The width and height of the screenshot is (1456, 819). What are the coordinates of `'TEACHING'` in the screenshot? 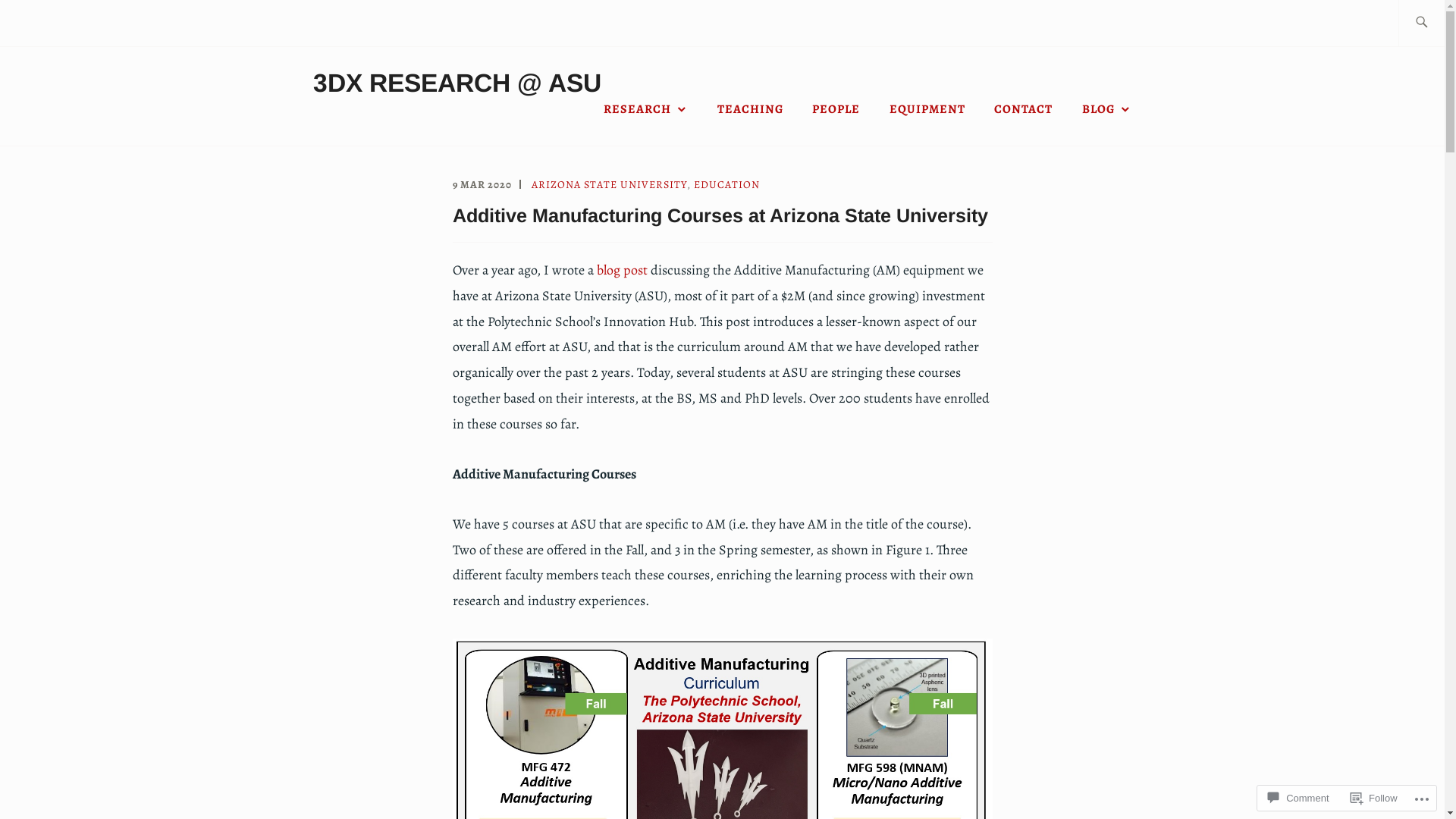 It's located at (750, 108).